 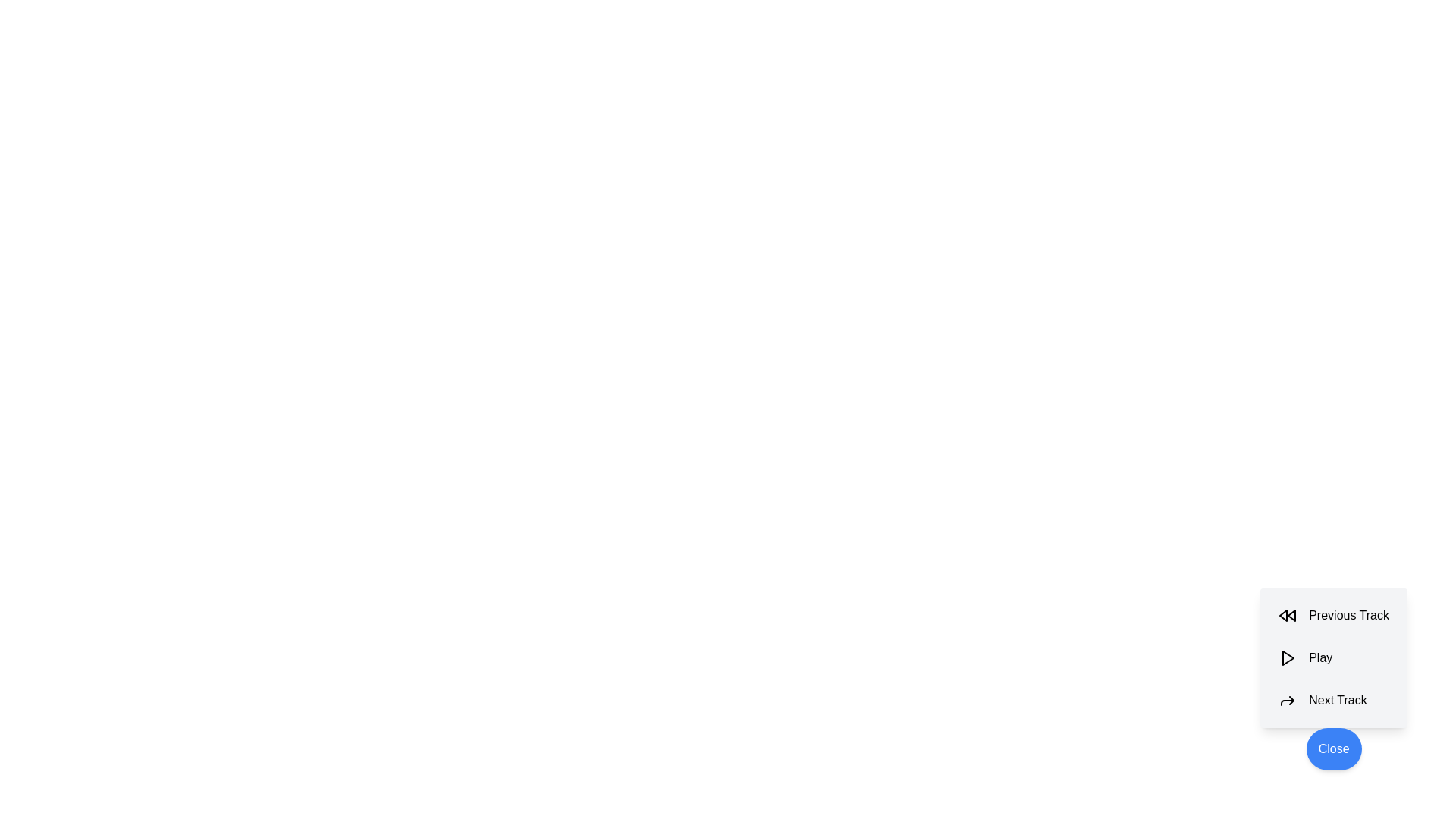 I want to click on the play icon button, so click(x=1287, y=657).